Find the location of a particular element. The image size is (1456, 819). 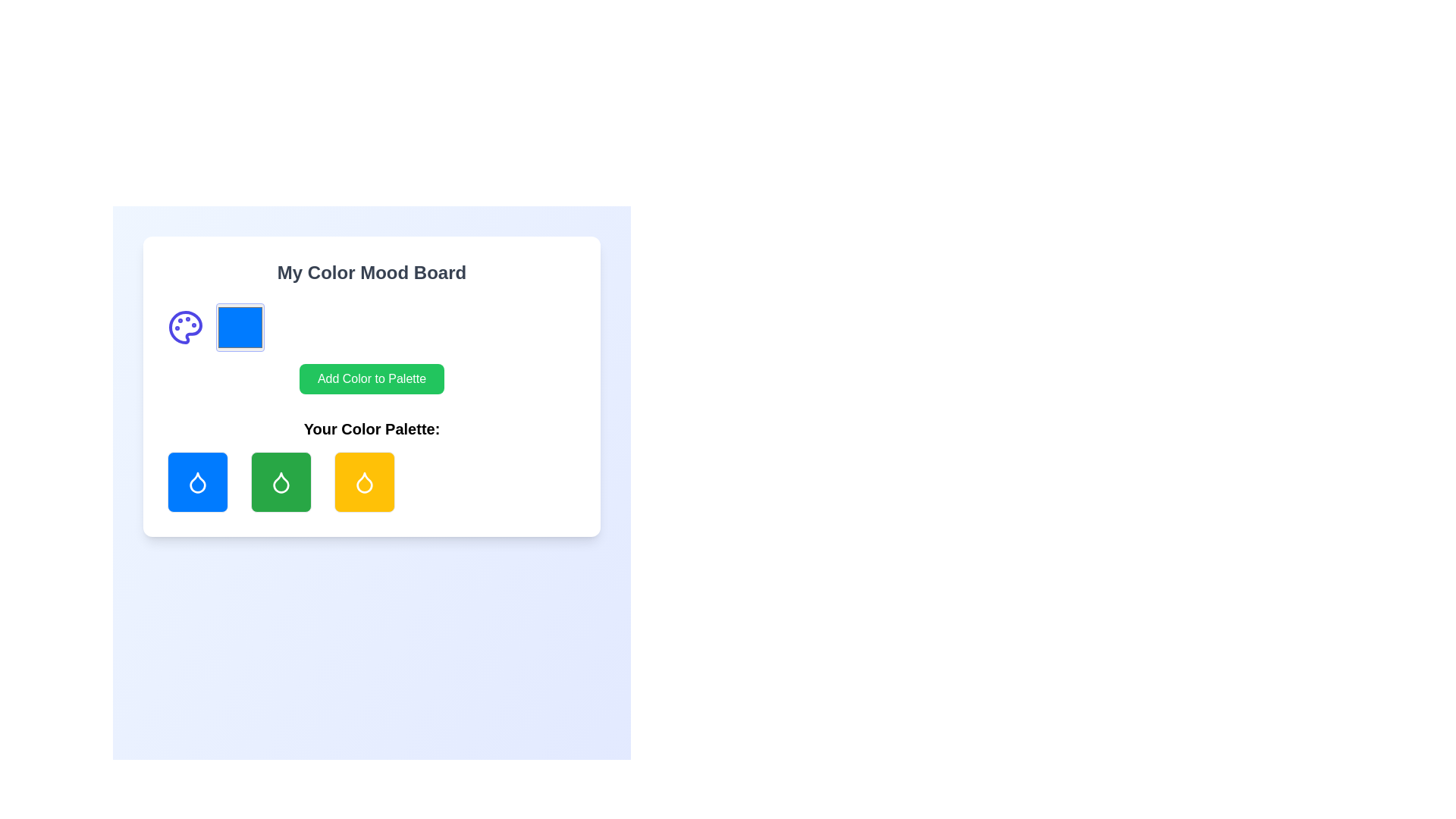

the green rectangular button labeled 'Add Color to Palette' to observe its hover effect is located at coordinates (372, 378).